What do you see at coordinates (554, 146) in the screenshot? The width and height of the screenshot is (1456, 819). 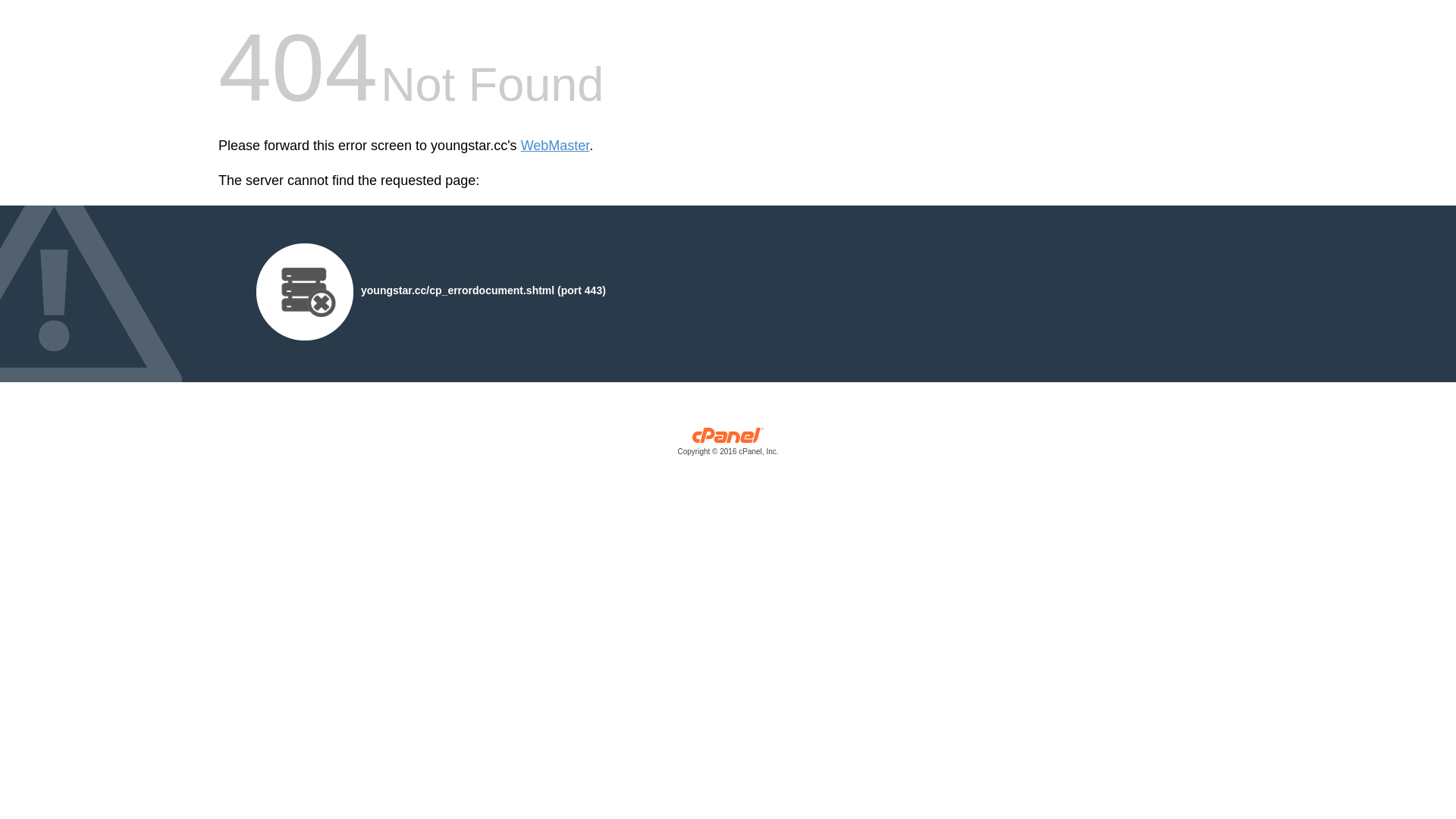 I see `'WebMaster'` at bounding box center [554, 146].